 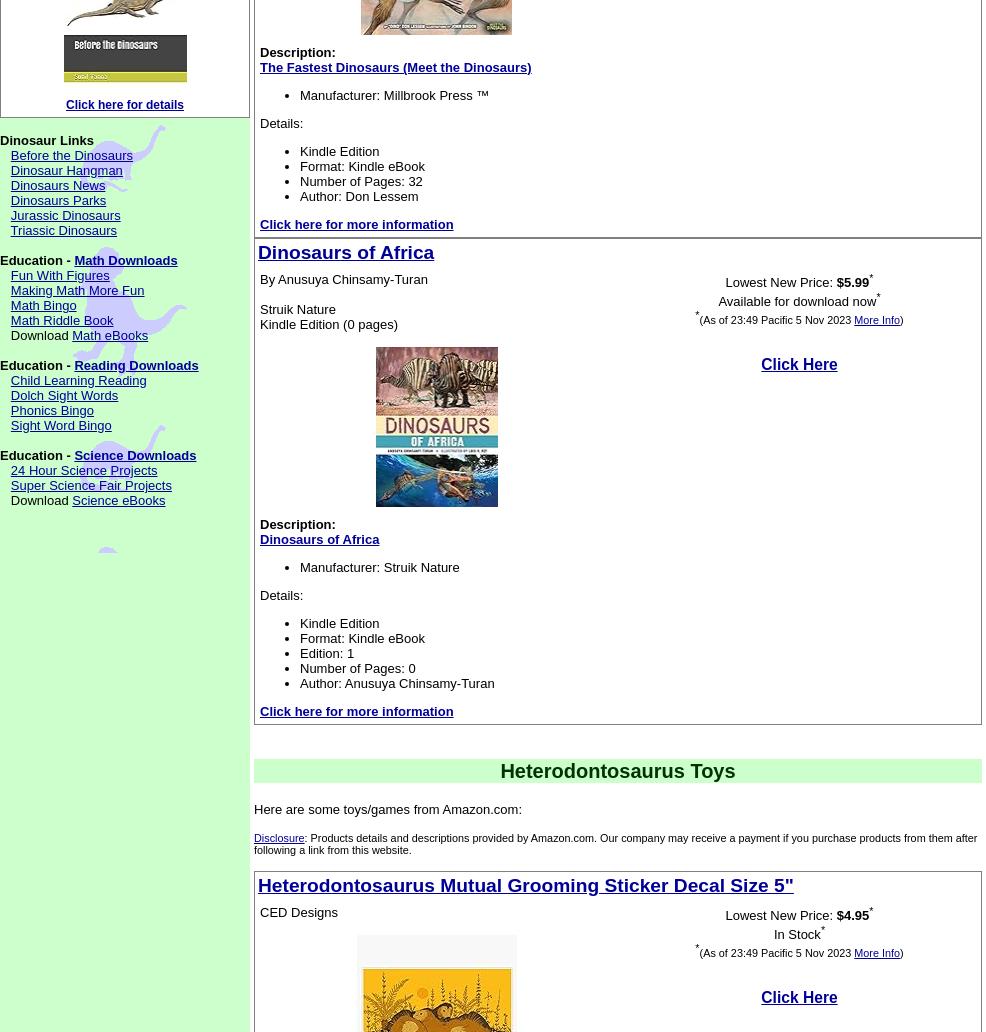 I want to click on 'Struik Nature', so click(x=297, y=309).